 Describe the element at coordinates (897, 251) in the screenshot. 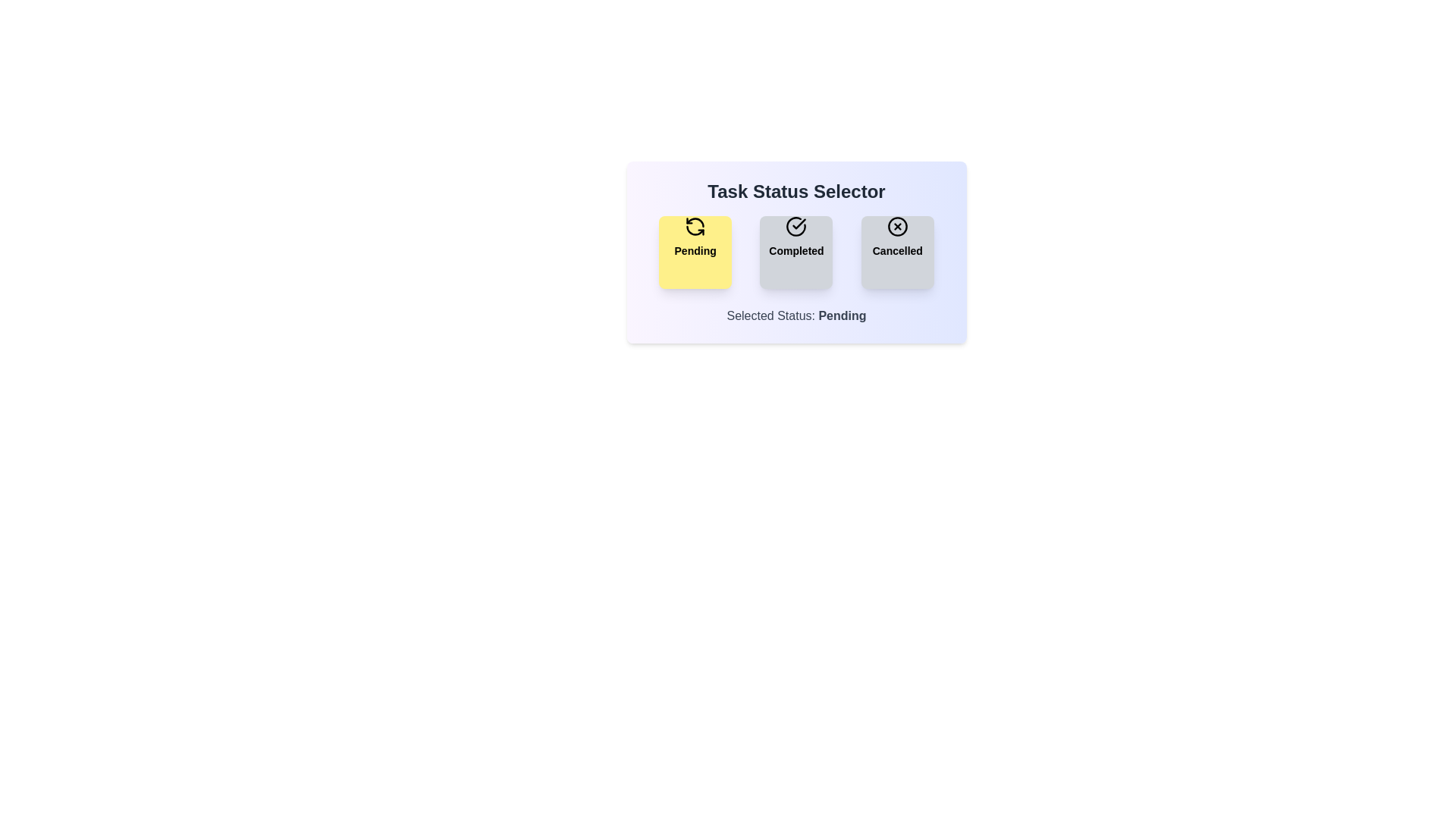

I see `the 'Cancelled' button to activate it` at that location.